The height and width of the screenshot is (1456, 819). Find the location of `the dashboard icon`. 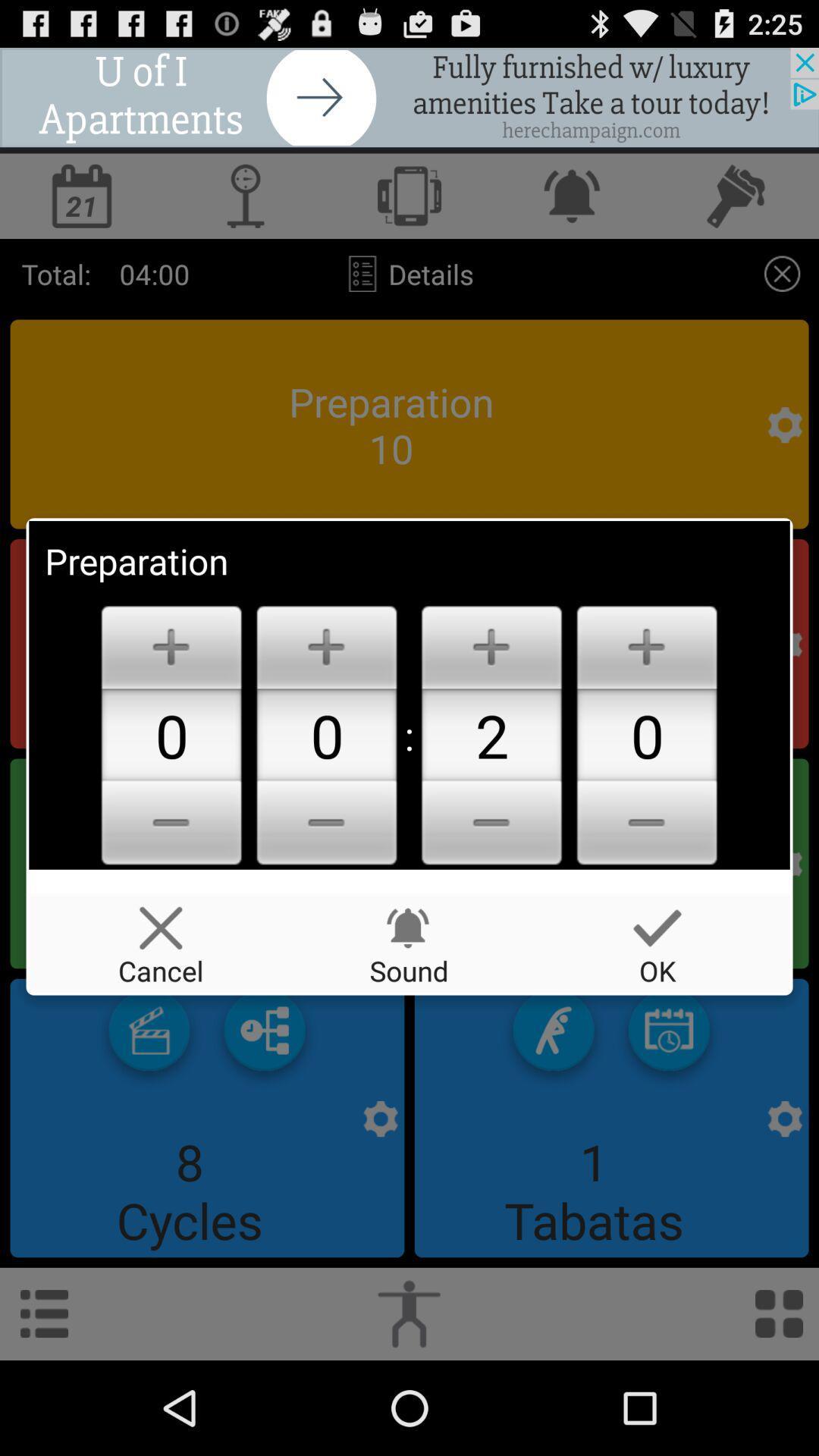

the dashboard icon is located at coordinates (779, 1405).